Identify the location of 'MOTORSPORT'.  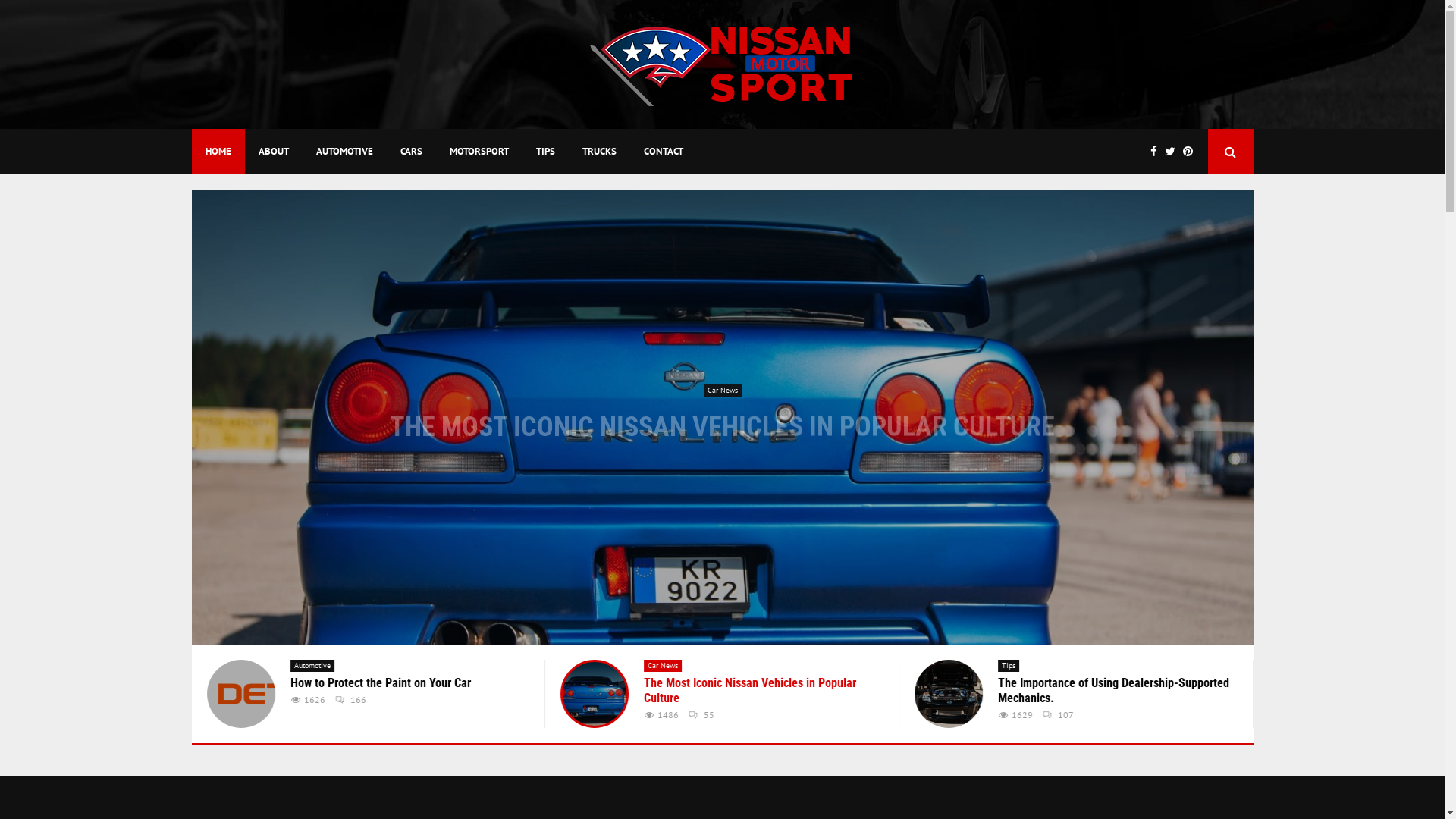
(435, 152).